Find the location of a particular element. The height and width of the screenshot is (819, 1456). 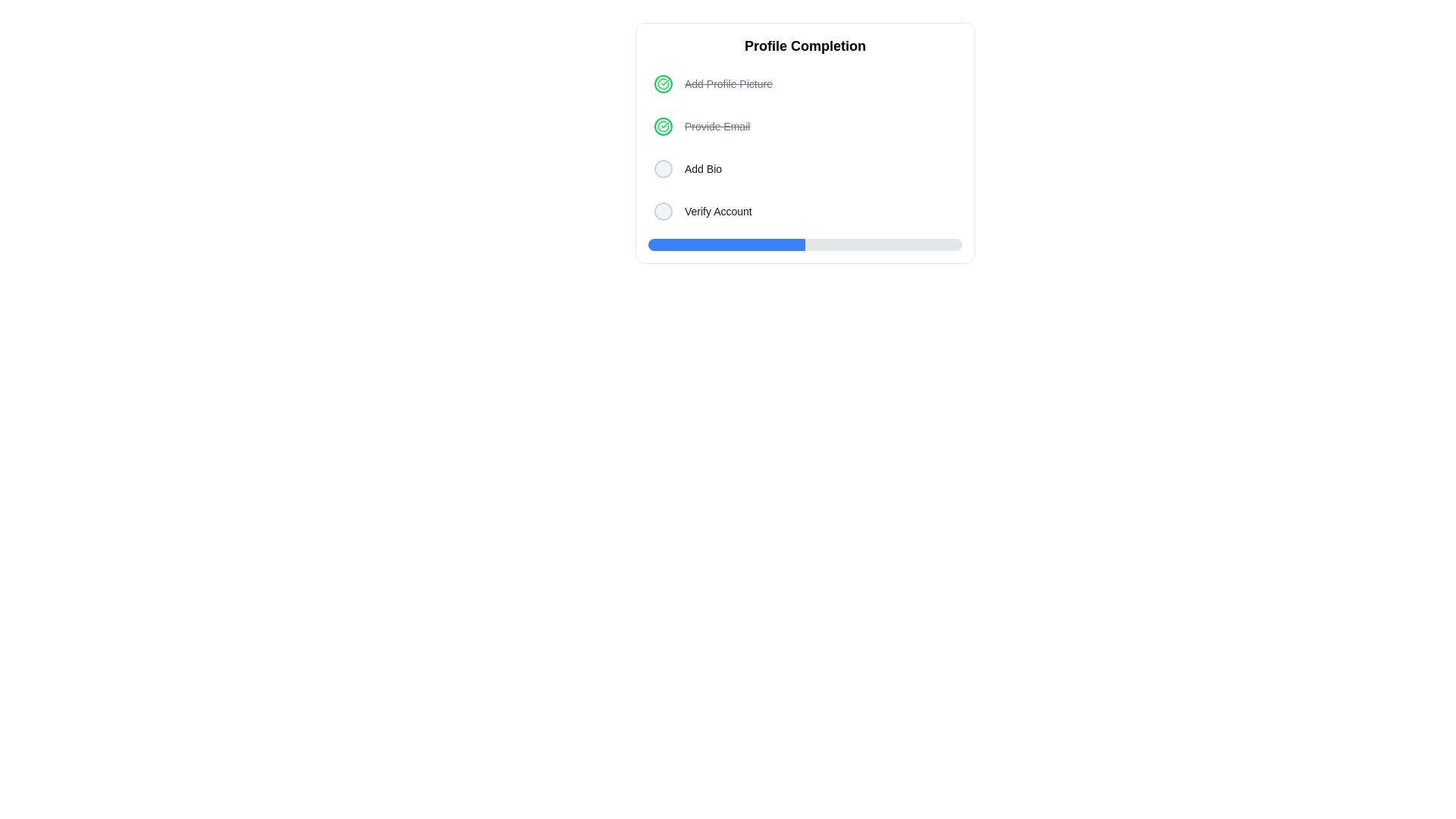

the status indicator icon that confirms the successful completion of the 'Provide Email' task in the user's profile setup process is located at coordinates (663, 84).